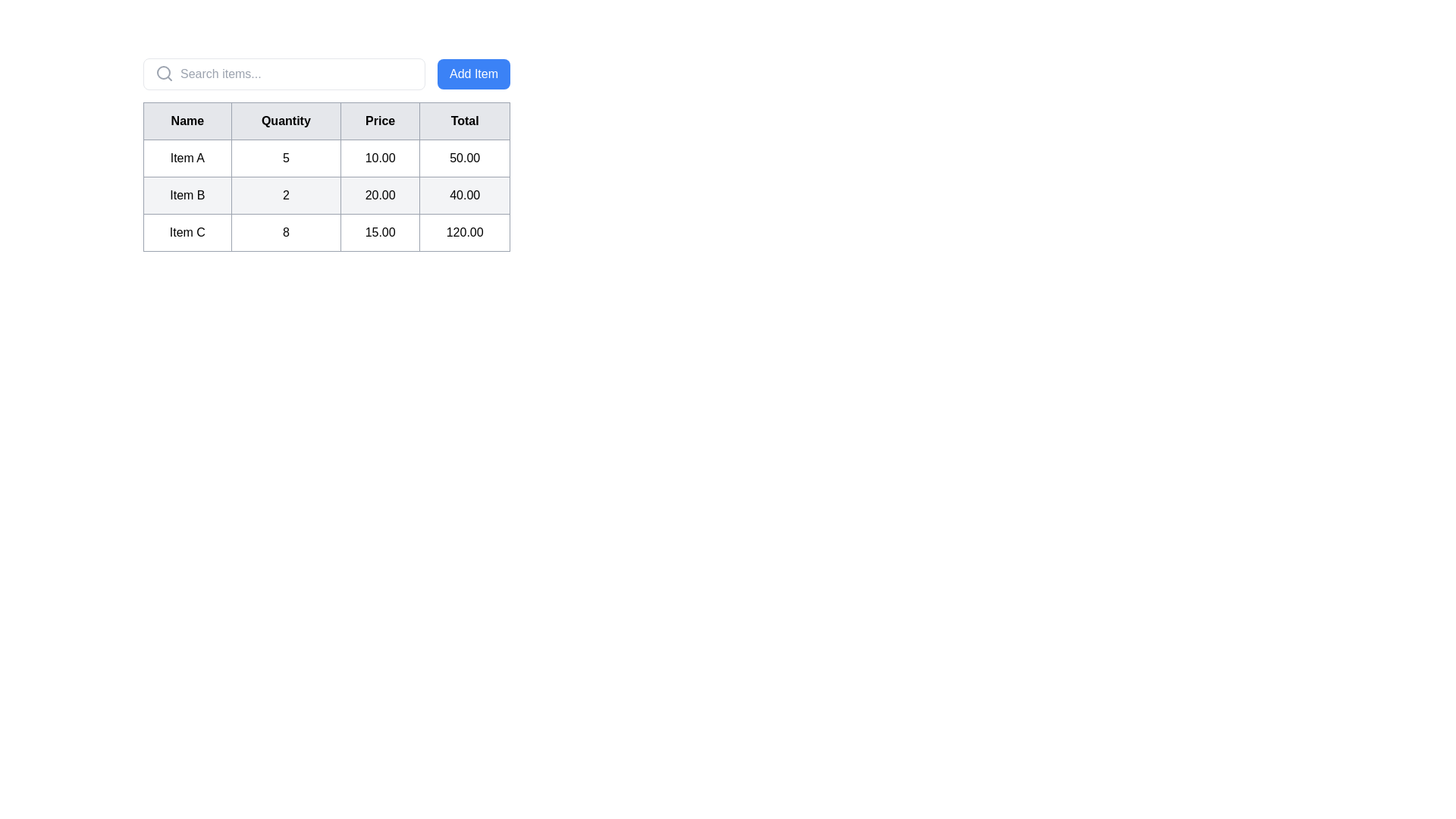  I want to click on the cell displaying the number '5' in the 'Quantity' column for 'Item A', which is visually clear and bold, and located within a bordered rectangular cell, so click(286, 158).